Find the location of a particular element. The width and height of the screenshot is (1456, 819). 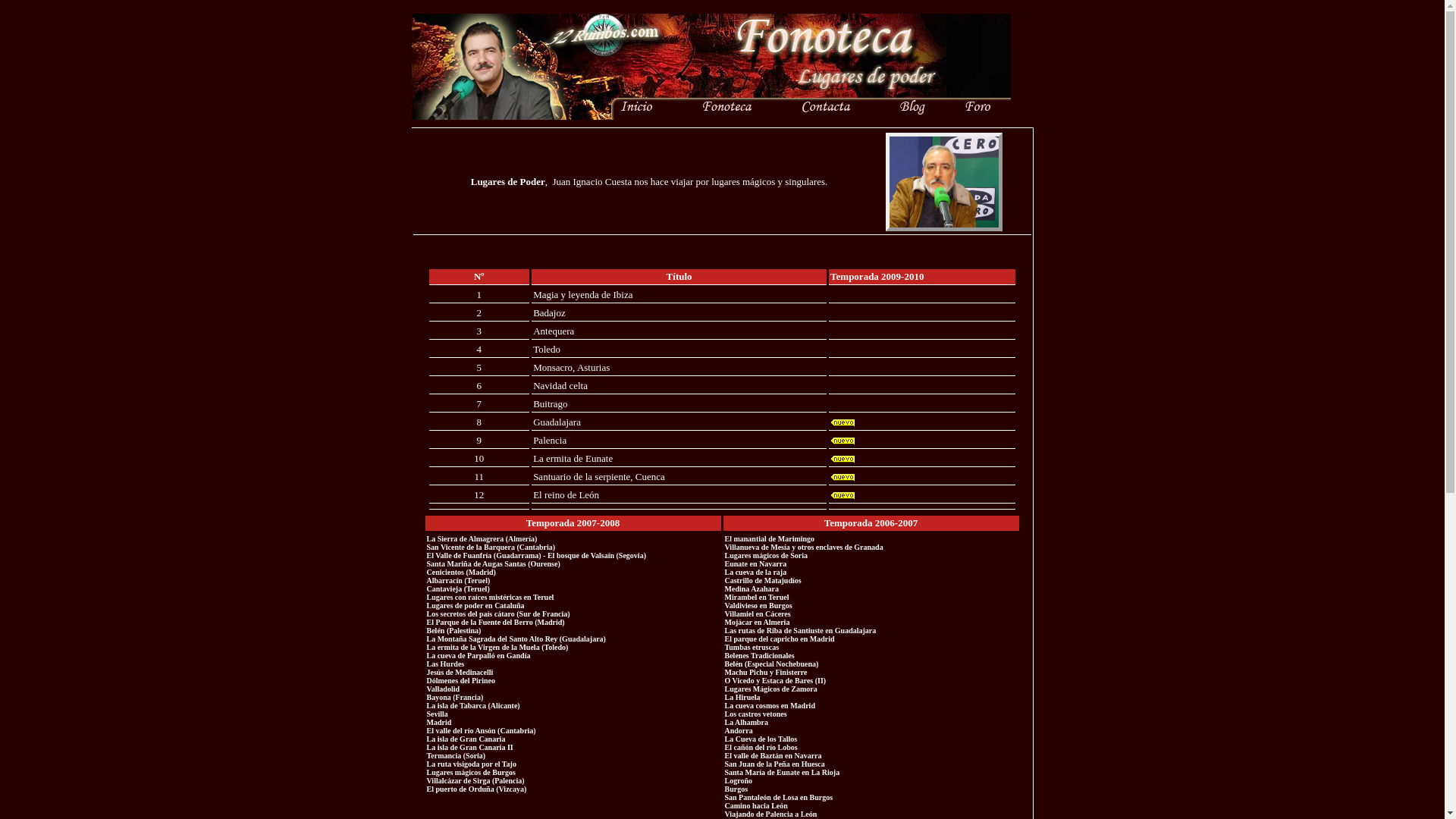

'Valdivieso en Burgos  ' is located at coordinates (761, 604).